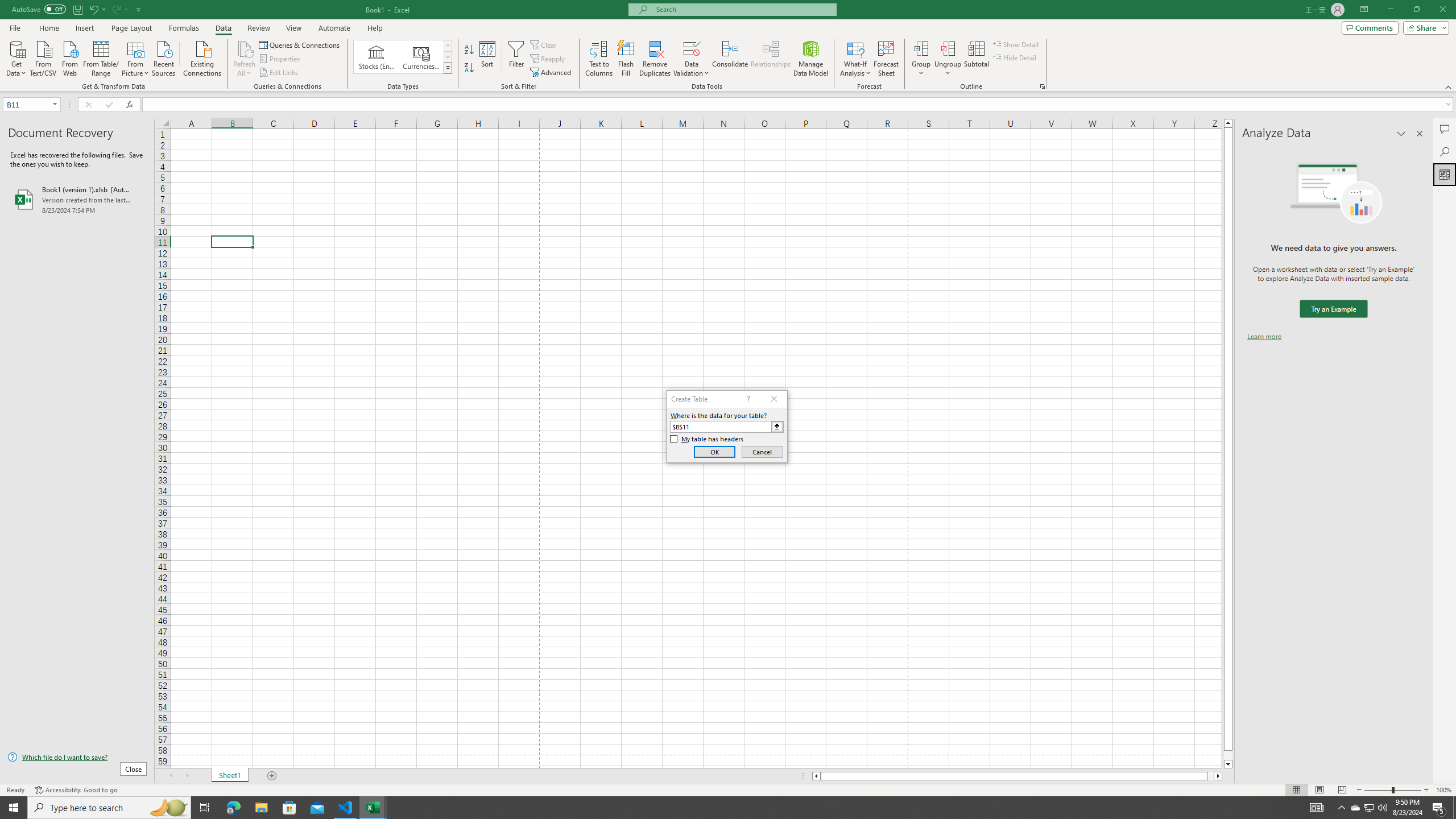  What do you see at coordinates (1389, 9) in the screenshot?
I see `'Minimize'` at bounding box center [1389, 9].